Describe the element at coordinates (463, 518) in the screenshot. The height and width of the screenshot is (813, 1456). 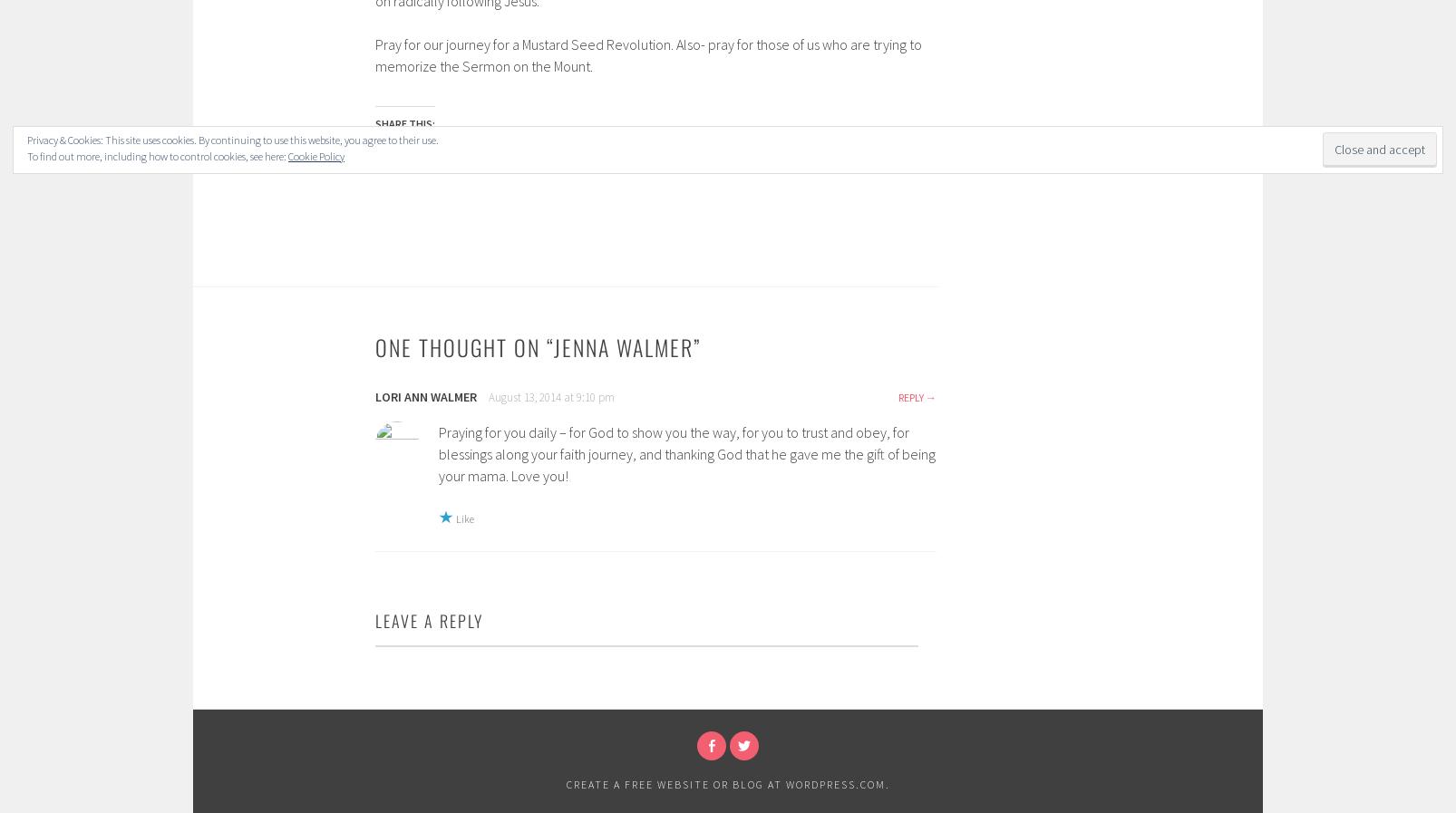
I see `'Like'` at that location.